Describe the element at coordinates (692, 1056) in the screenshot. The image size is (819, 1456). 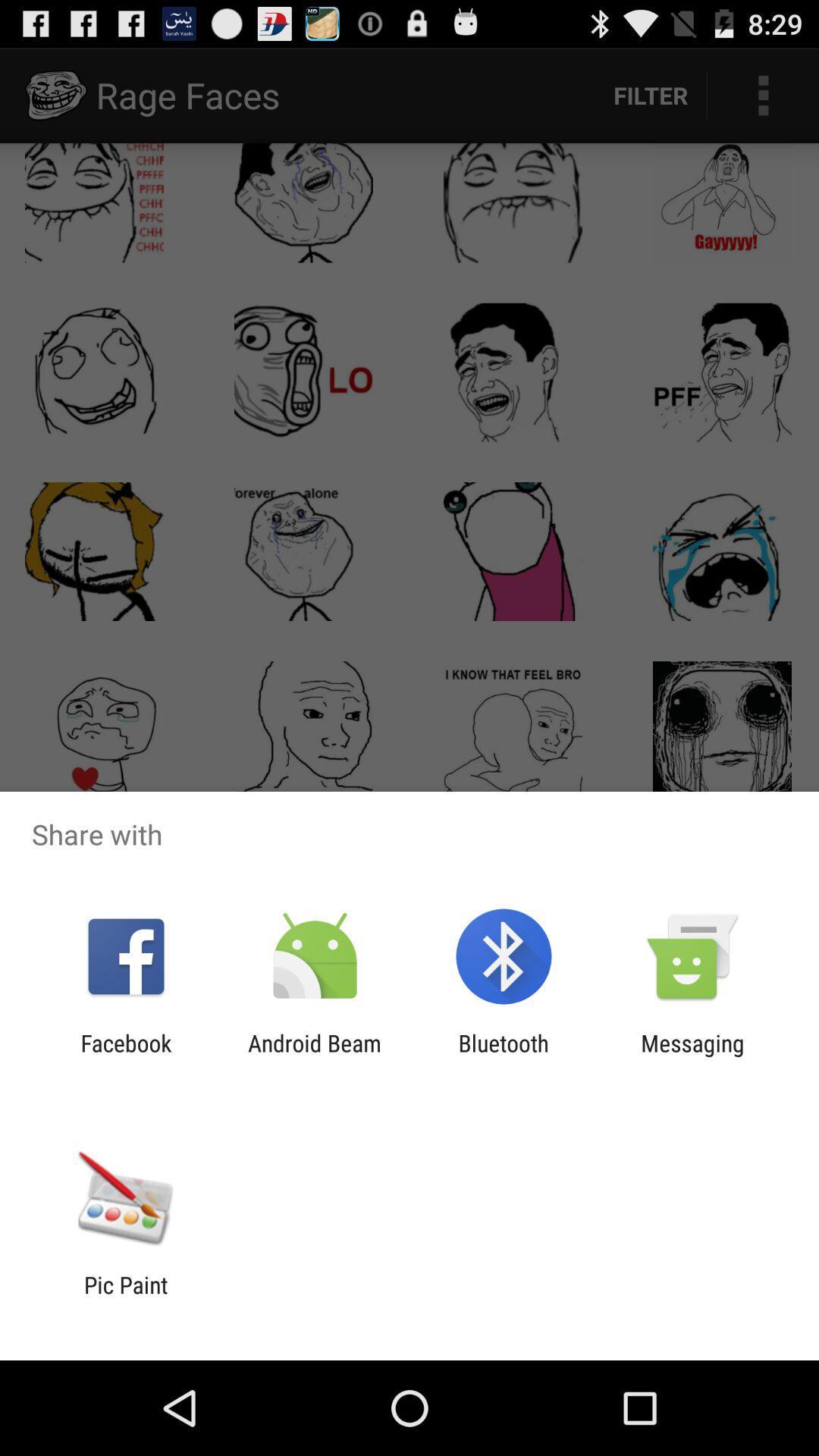
I see `the app to the right of bluetooth item` at that location.